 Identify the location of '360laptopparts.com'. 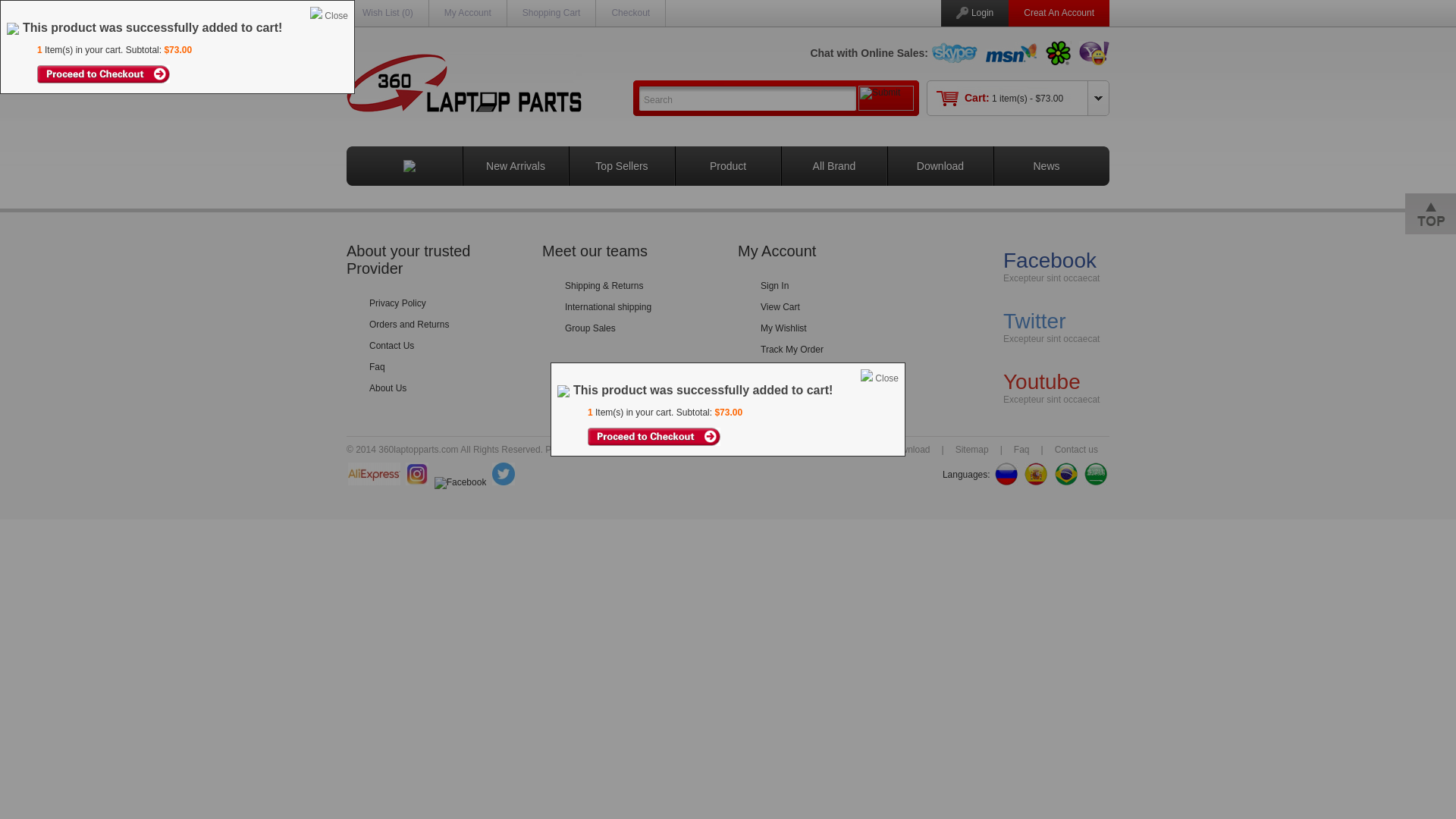
(636, 449).